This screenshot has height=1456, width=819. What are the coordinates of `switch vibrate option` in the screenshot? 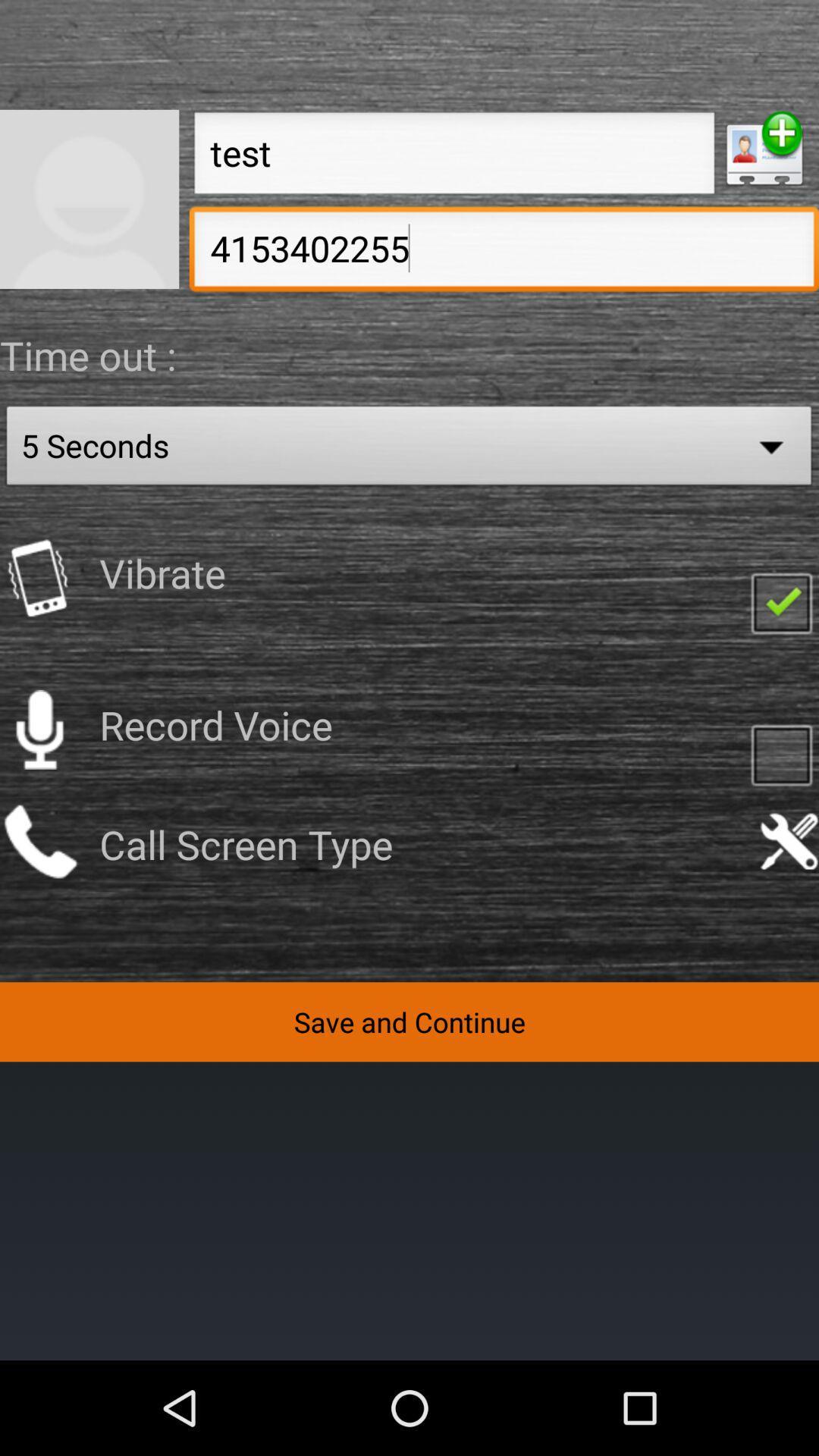 It's located at (39, 577).